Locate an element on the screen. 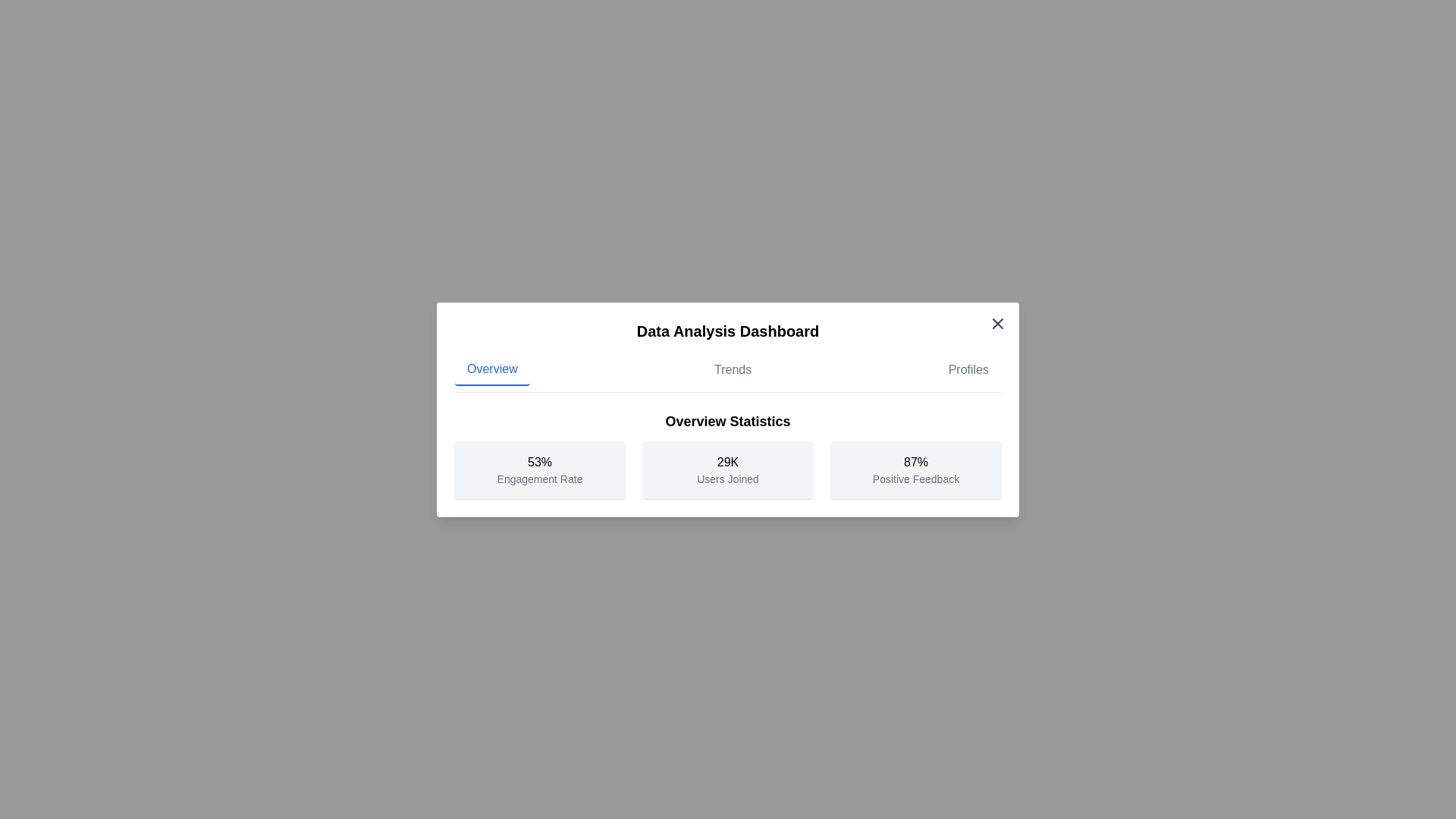 Image resolution: width=1456 pixels, height=819 pixels. the third tab in the navigation bar, which serves as a button to navigate to the 'Profiles' section of the application is located at coordinates (968, 369).